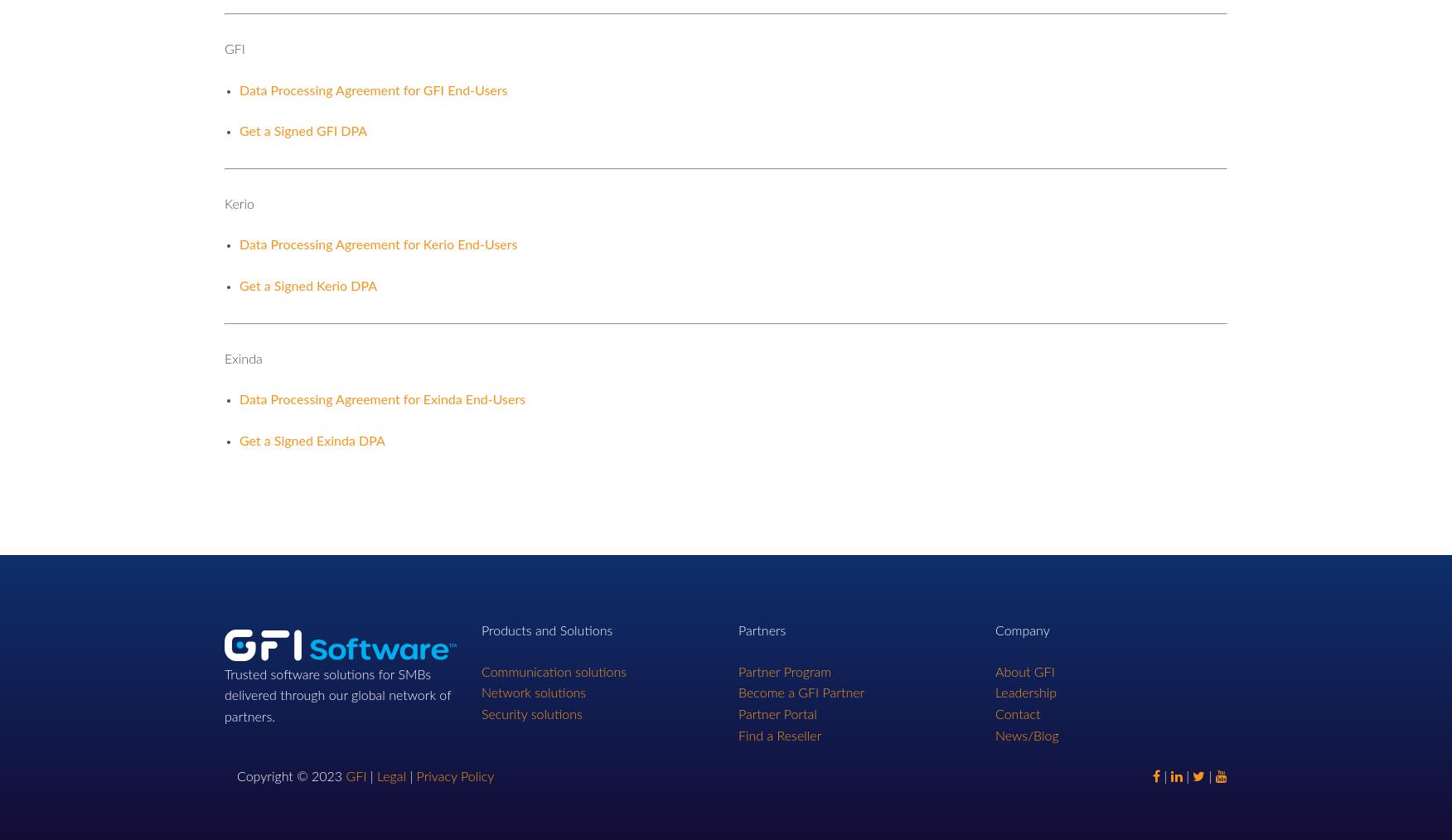  What do you see at coordinates (784, 671) in the screenshot?
I see `'Partner Program'` at bounding box center [784, 671].